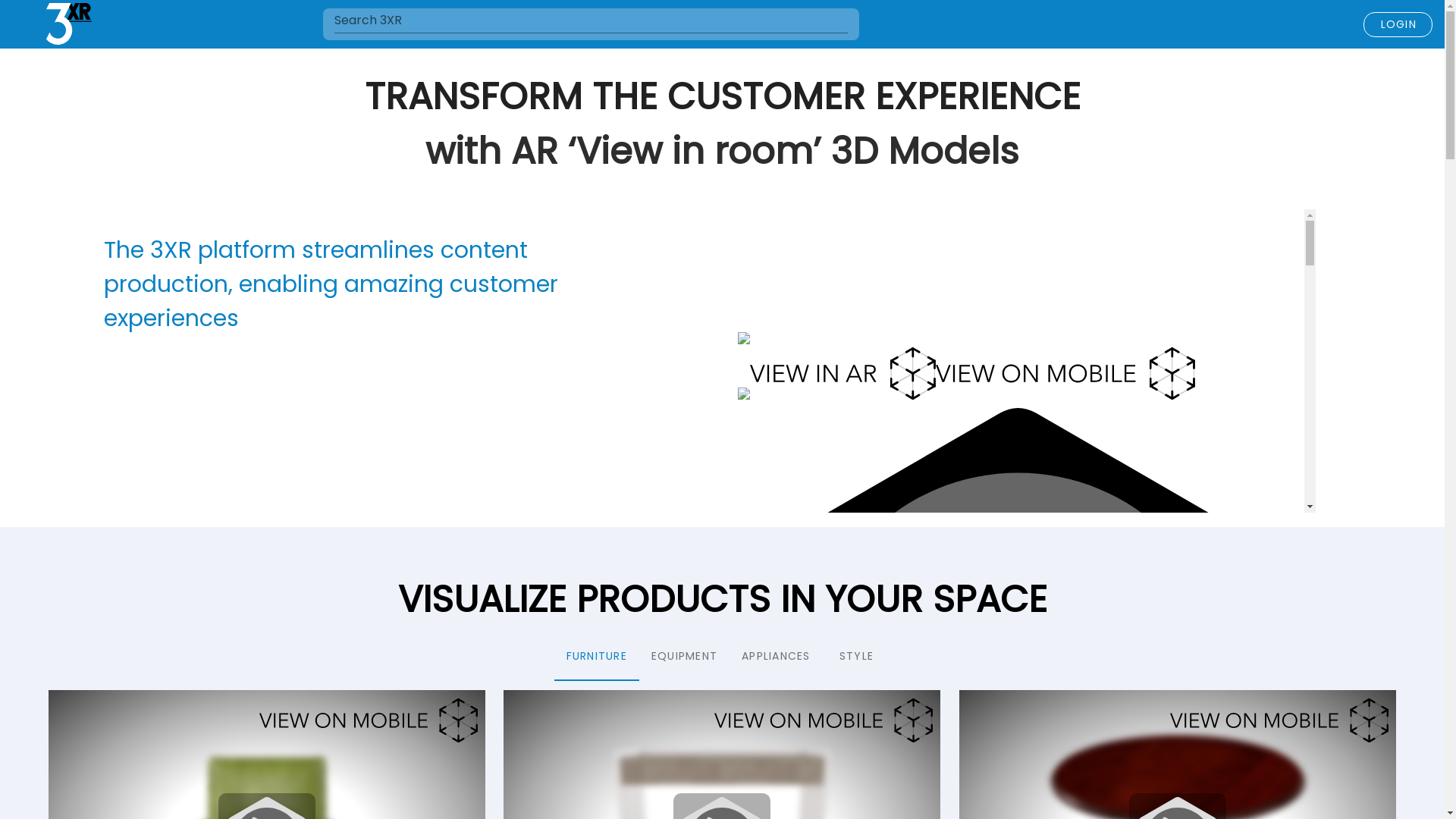 This screenshot has width=1456, height=819. What do you see at coordinates (1363, 24) in the screenshot?
I see `'LOGIN'` at bounding box center [1363, 24].